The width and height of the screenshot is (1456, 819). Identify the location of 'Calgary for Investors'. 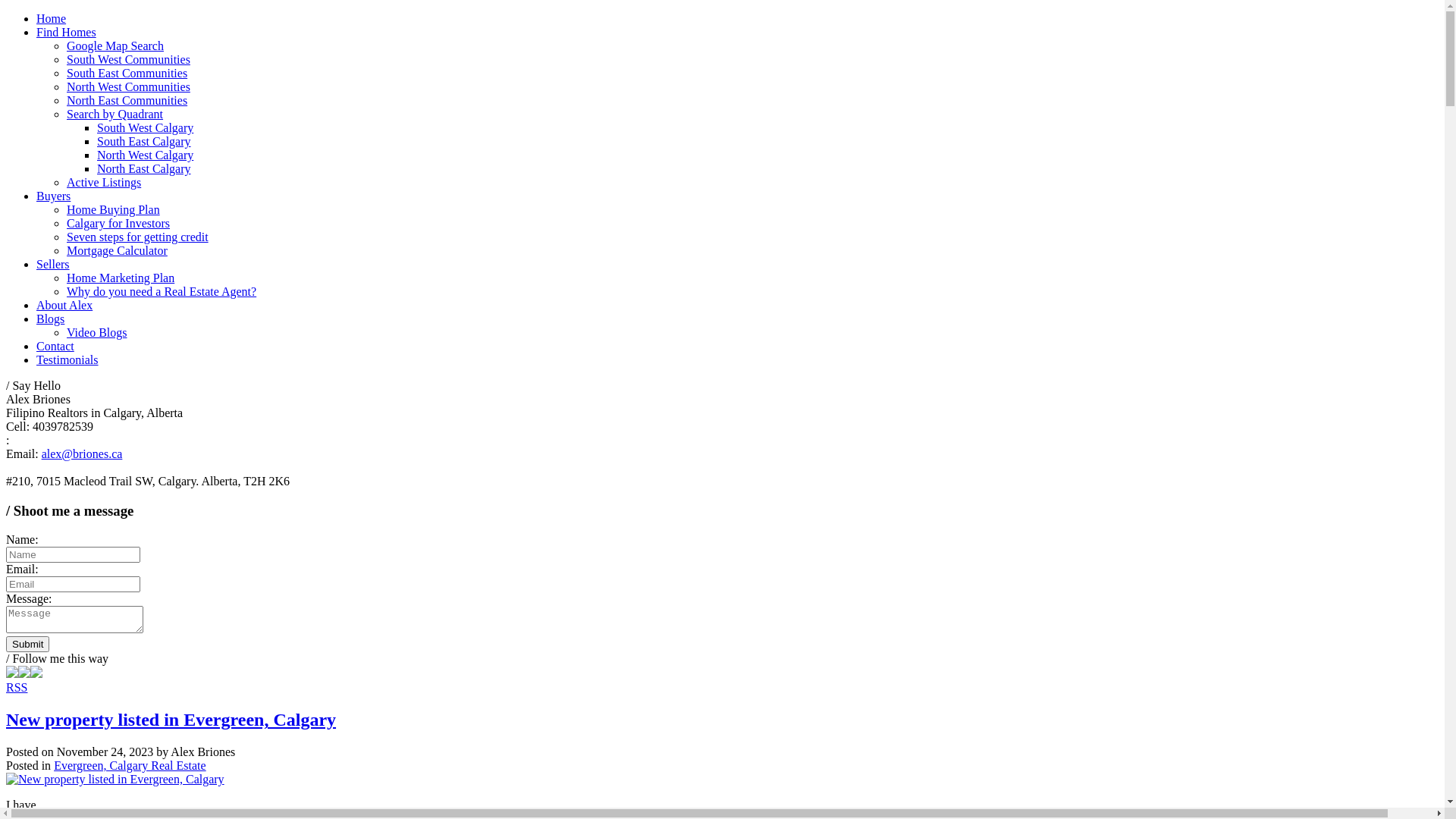
(118, 223).